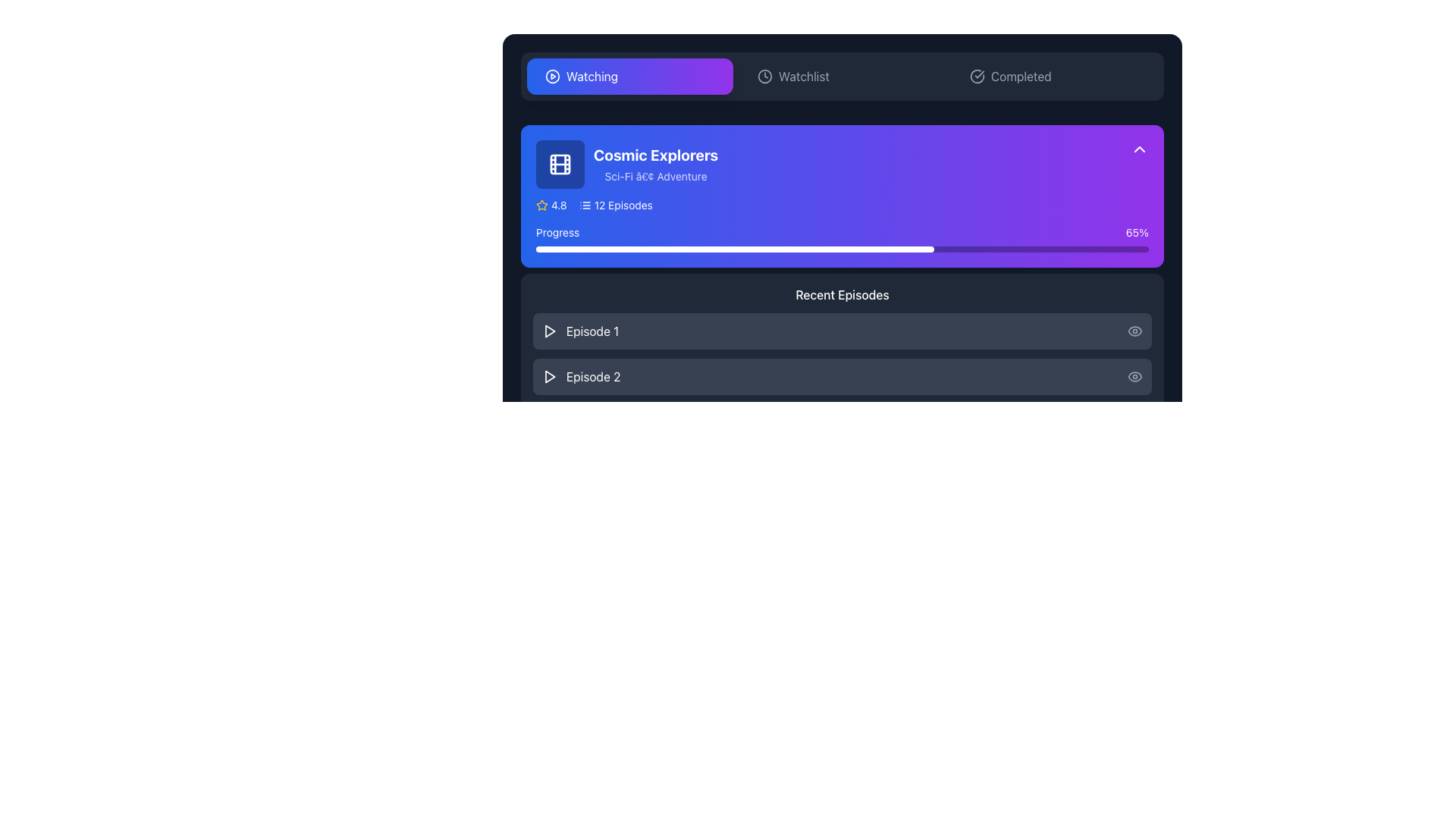 This screenshot has width=1456, height=819. What do you see at coordinates (591, 330) in the screenshot?
I see `the text label indicating the first episode in the list under the 'Recent Episodes' heading, positioned to the right of the play icon` at bounding box center [591, 330].